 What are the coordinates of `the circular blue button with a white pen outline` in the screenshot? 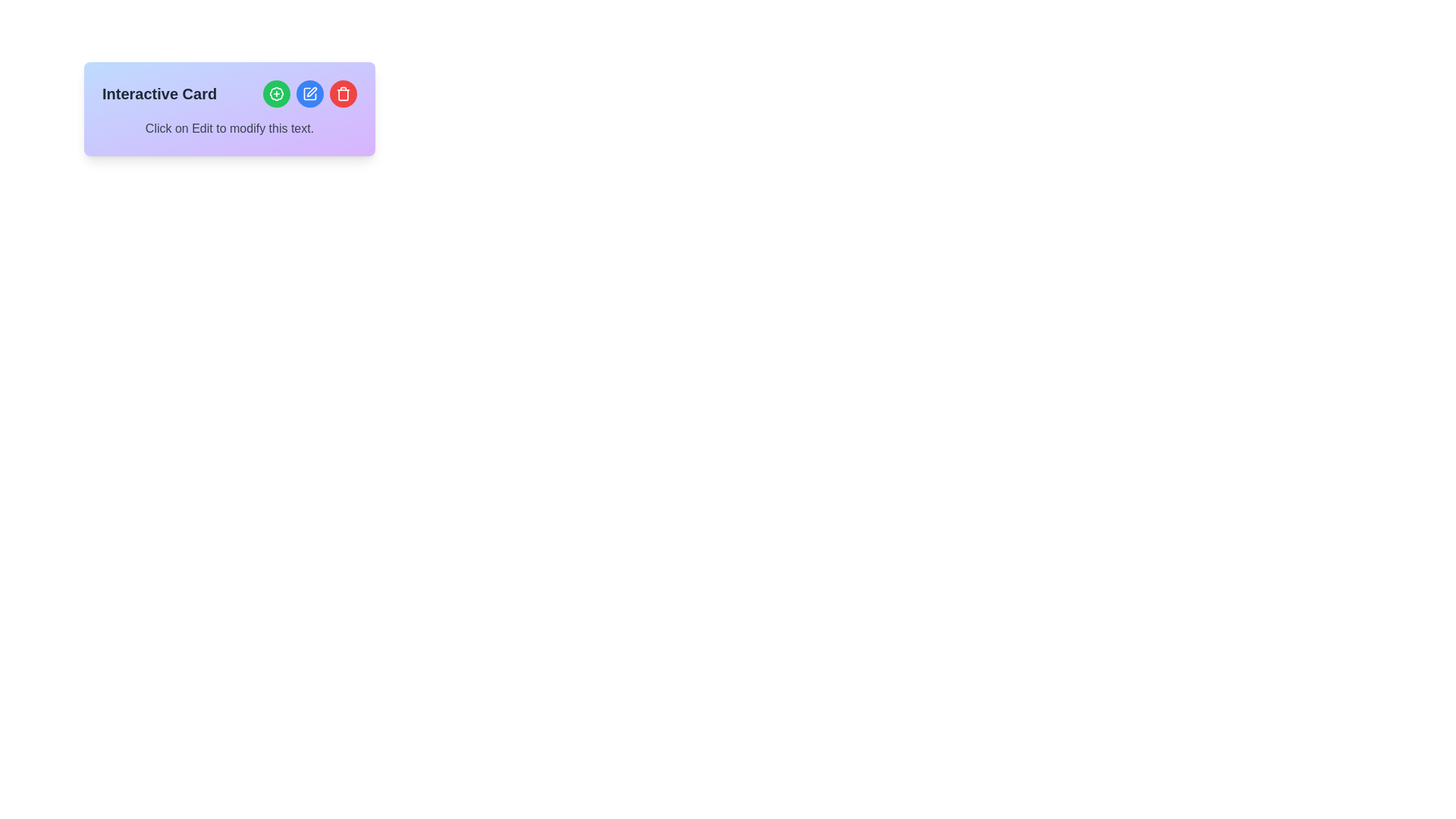 It's located at (309, 93).